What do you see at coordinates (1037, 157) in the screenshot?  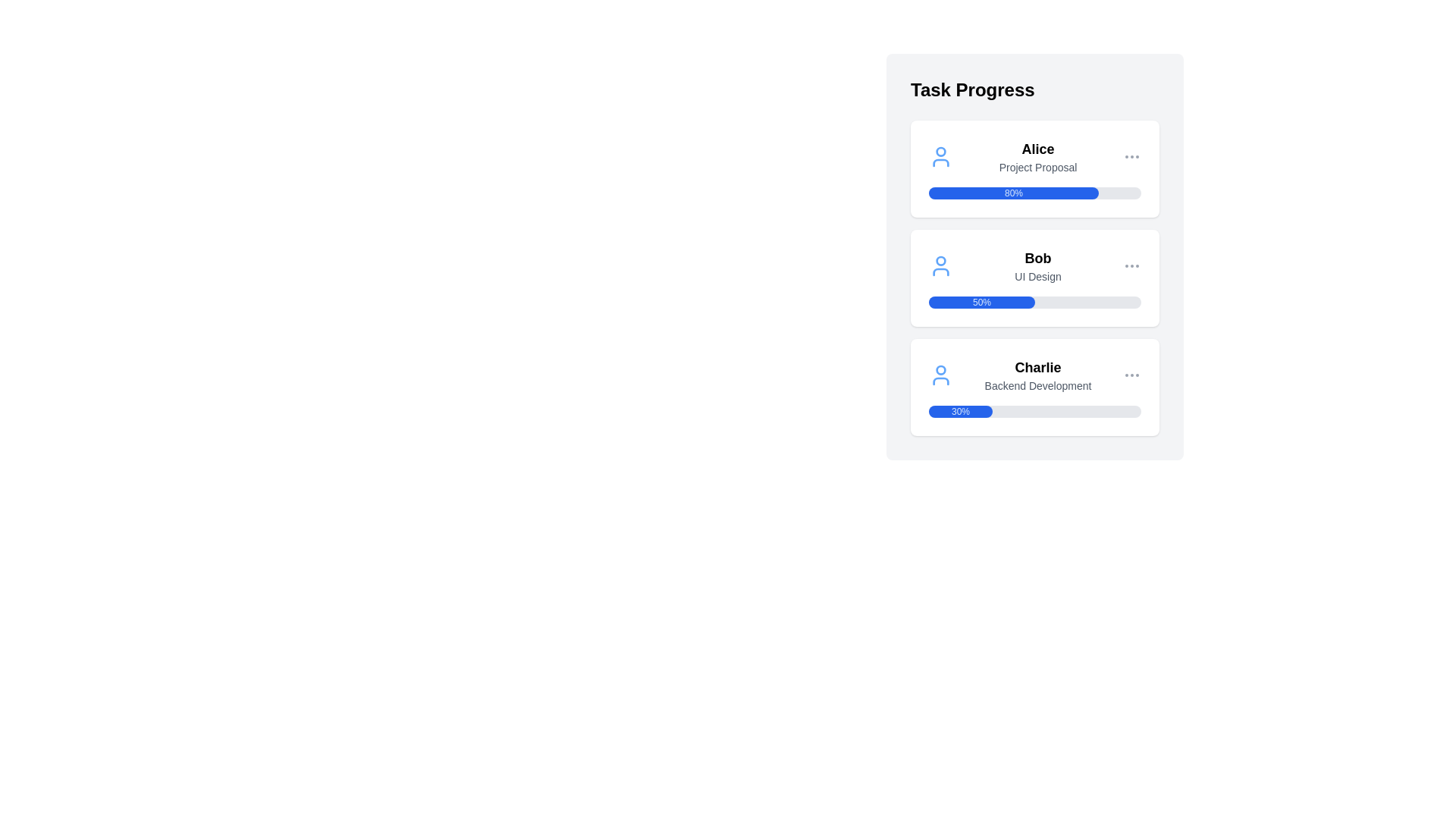 I see `displayed text from the Text display element that shows 'Alice' in bold and 'Project Proposal' in gray, located in the first row of a vertical list, positioned between a user icon and an ellipsis icon` at bounding box center [1037, 157].